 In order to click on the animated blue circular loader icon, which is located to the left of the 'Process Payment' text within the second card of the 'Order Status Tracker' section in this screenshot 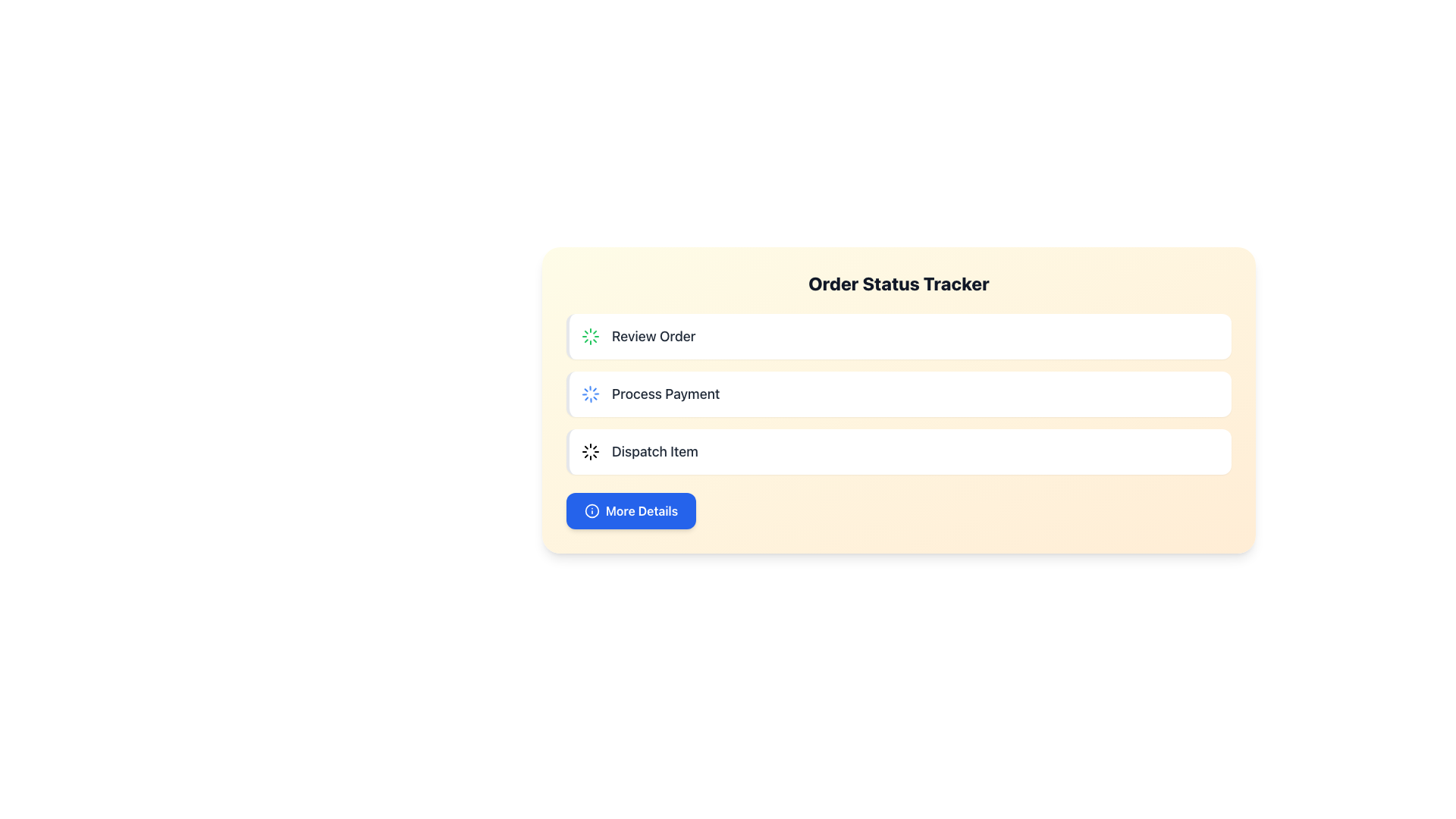, I will do `click(589, 393)`.